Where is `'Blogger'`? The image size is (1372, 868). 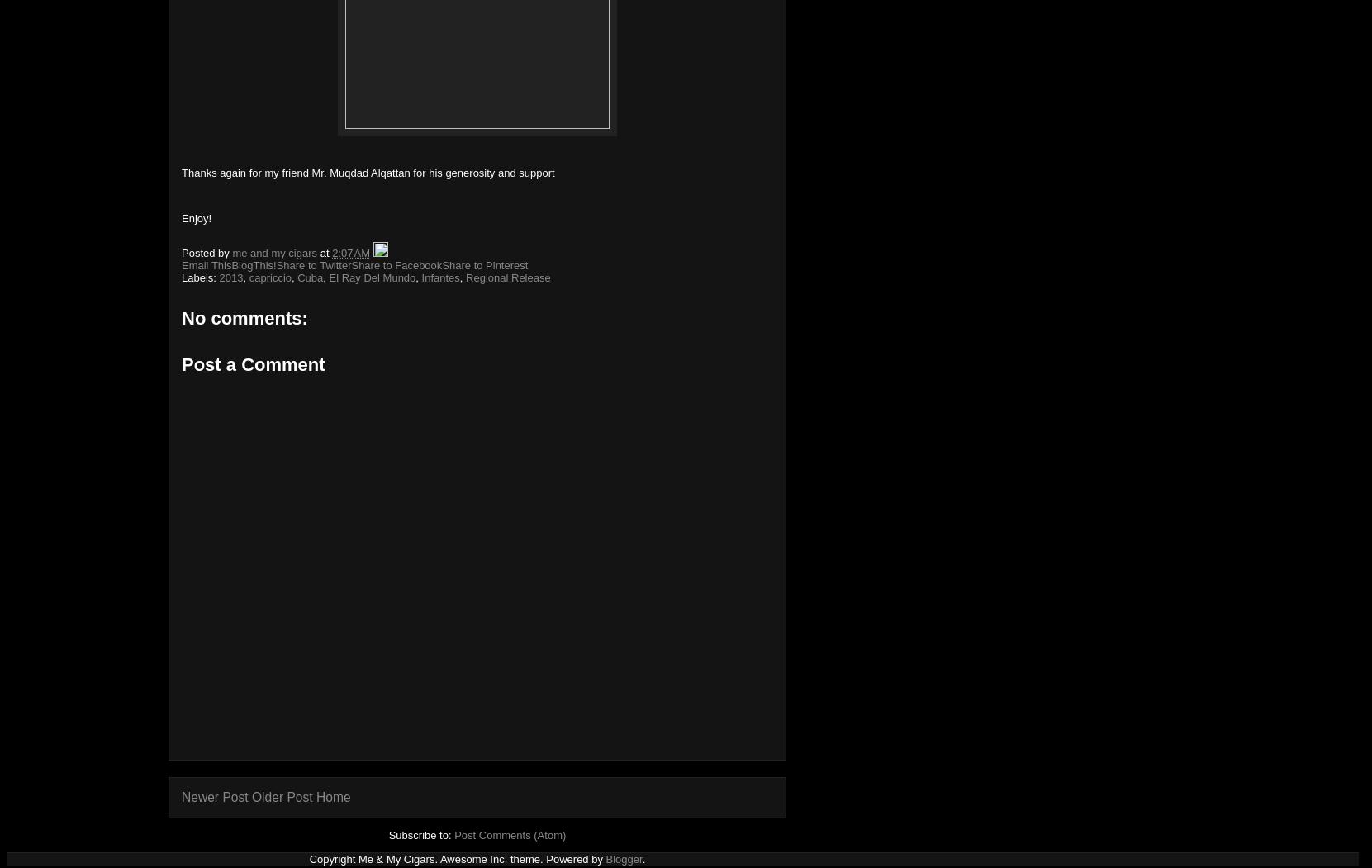 'Blogger' is located at coordinates (605, 857).